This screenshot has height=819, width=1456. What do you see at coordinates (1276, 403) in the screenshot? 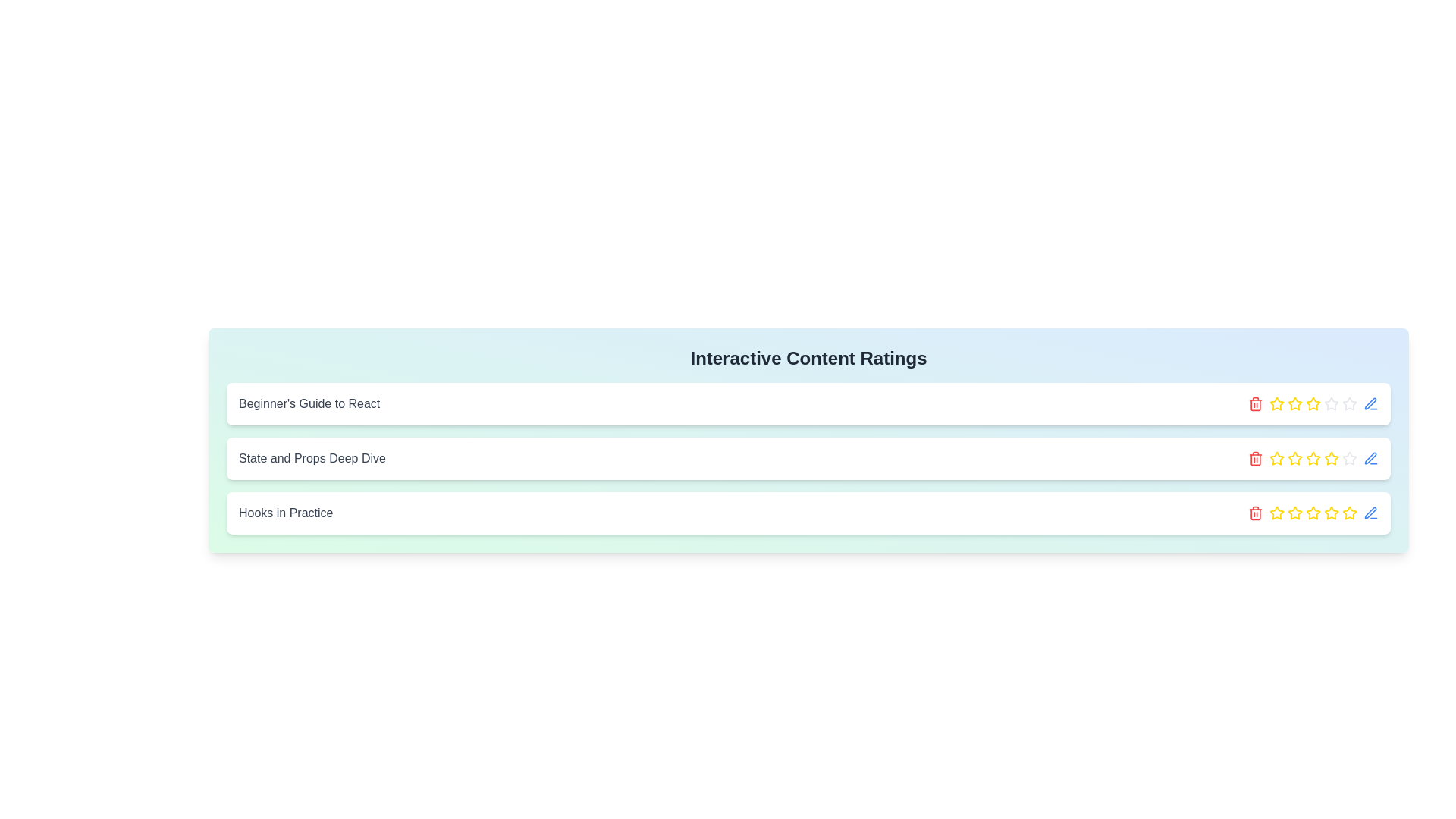
I see `the first hollow star-shaped rating icon with yellow borders` at bounding box center [1276, 403].